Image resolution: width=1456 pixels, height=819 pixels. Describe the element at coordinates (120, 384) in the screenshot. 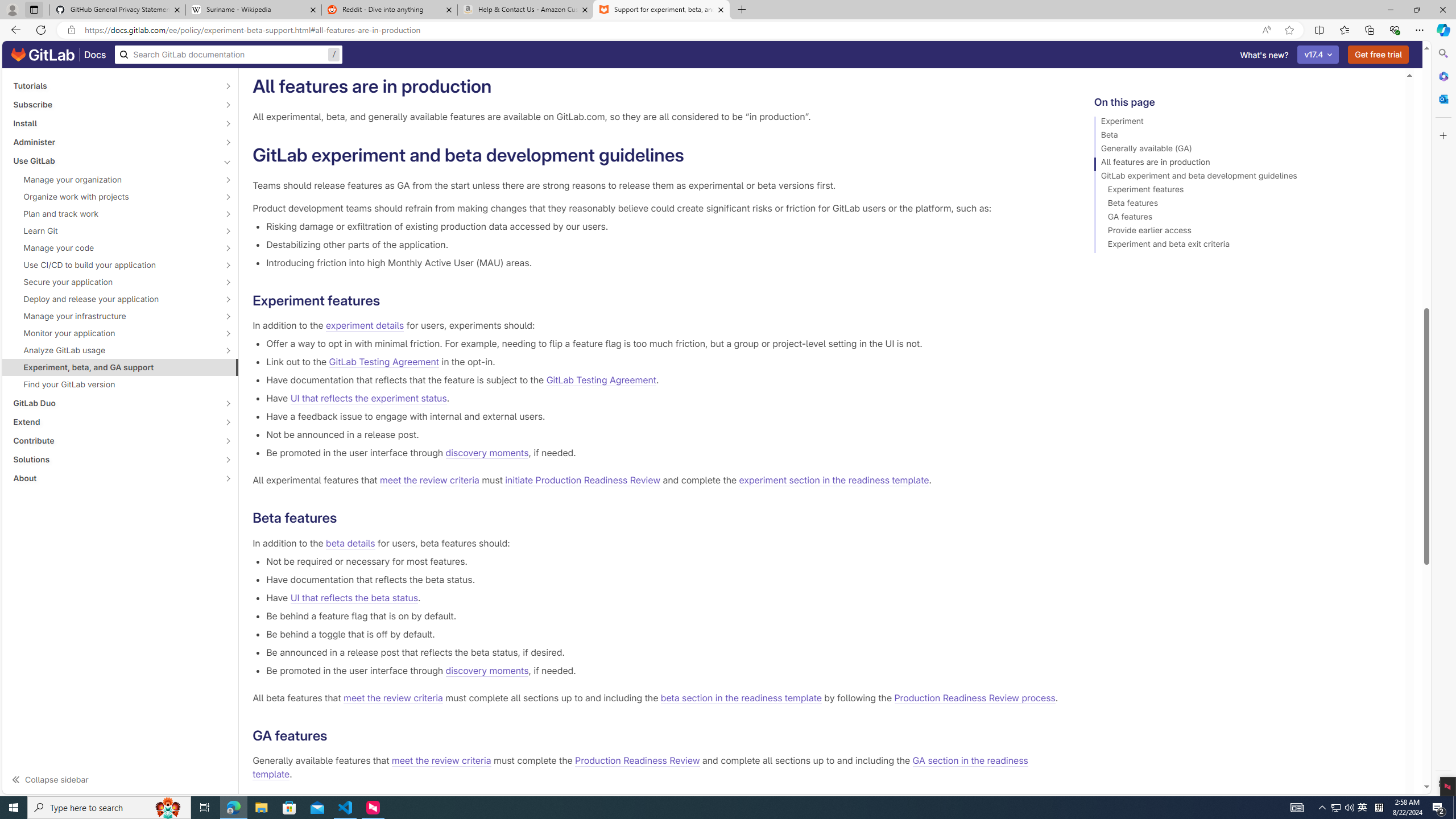

I see `'Find your GitLab version'` at that location.